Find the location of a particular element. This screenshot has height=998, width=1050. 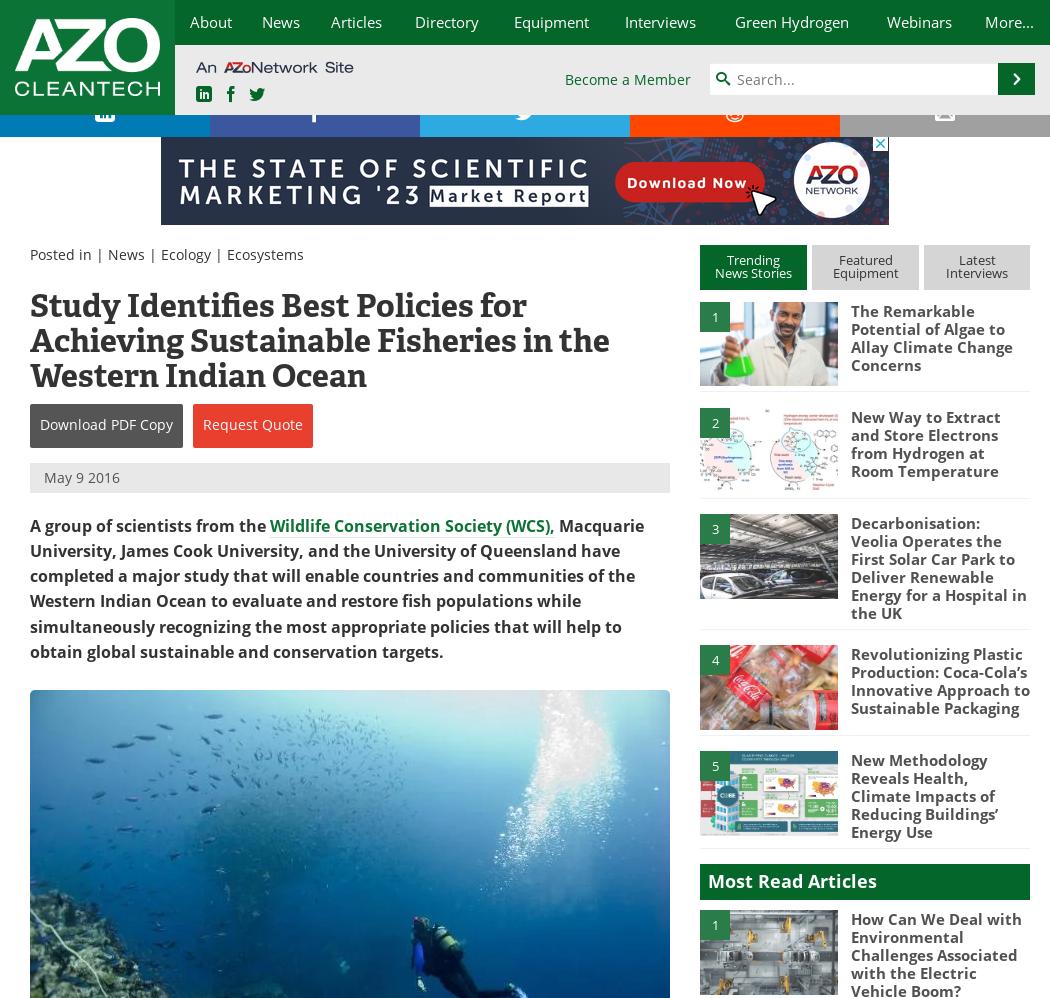

'Directory' is located at coordinates (445, 21).